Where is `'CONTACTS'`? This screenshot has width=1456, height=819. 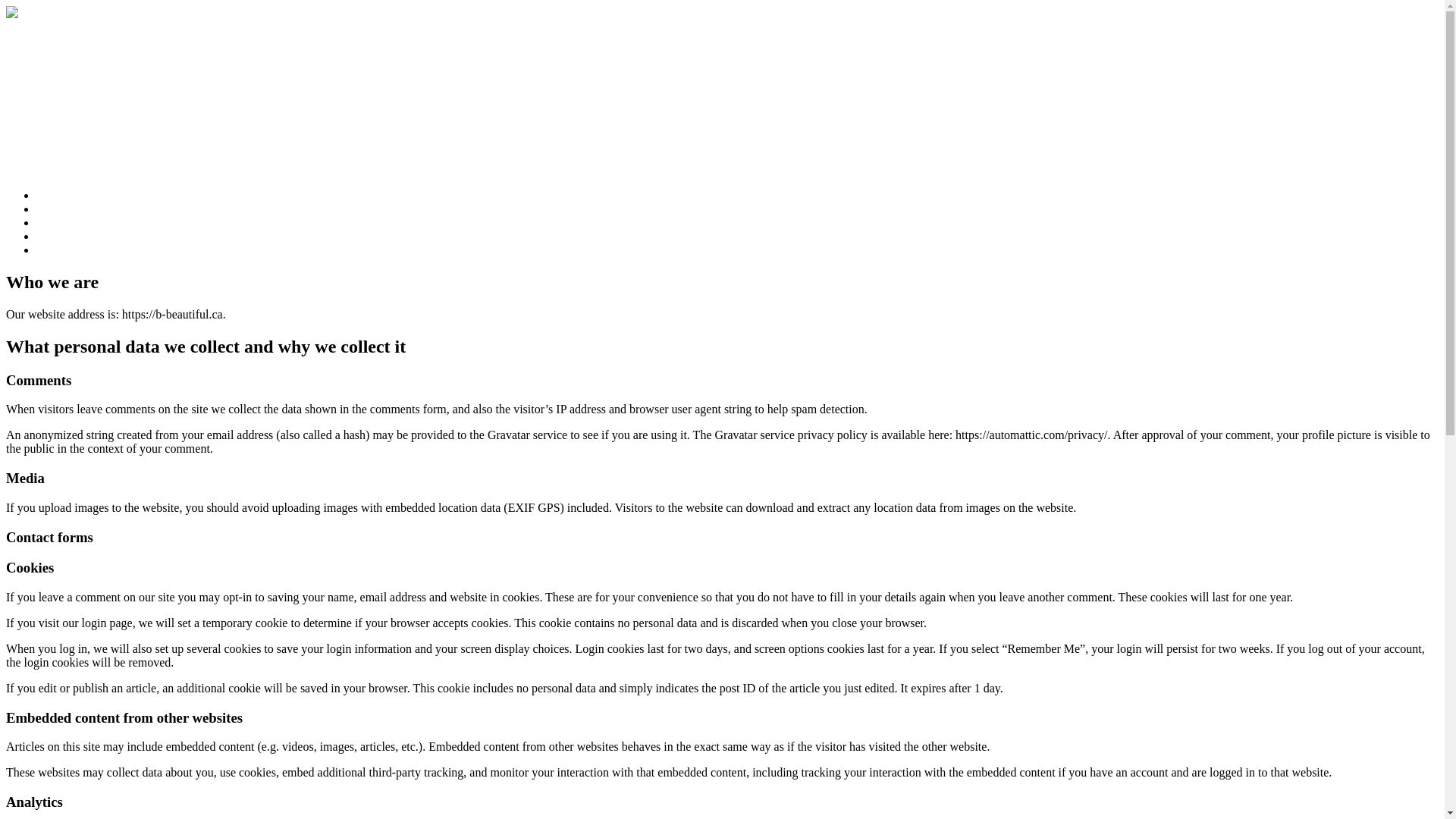 'CONTACTS' is located at coordinates (67, 249).